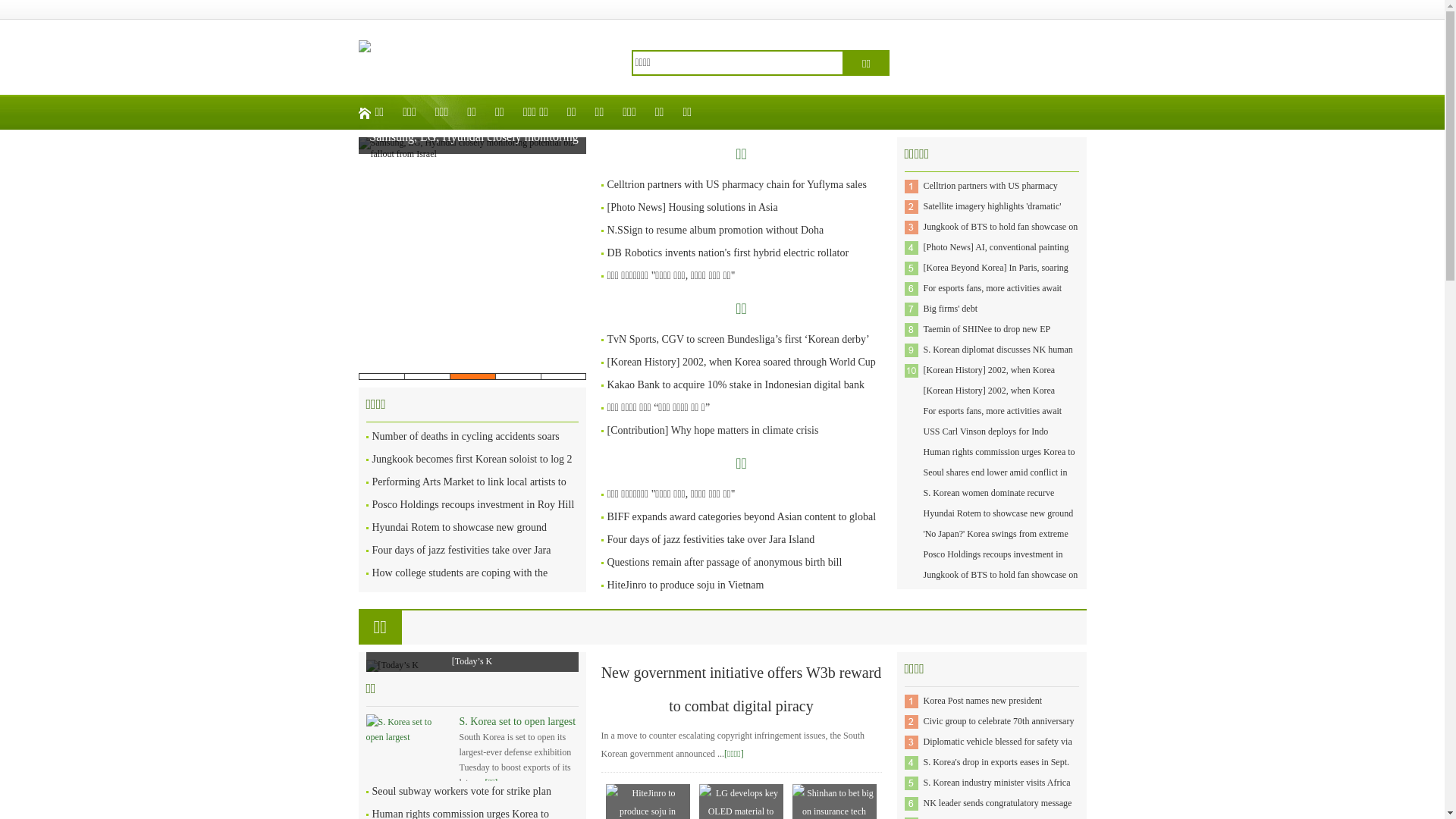 This screenshot has width=1456, height=819. Describe the element at coordinates (726, 252) in the screenshot. I see `'DB Robotics invents nation's first hybrid electric rollator'` at that location.